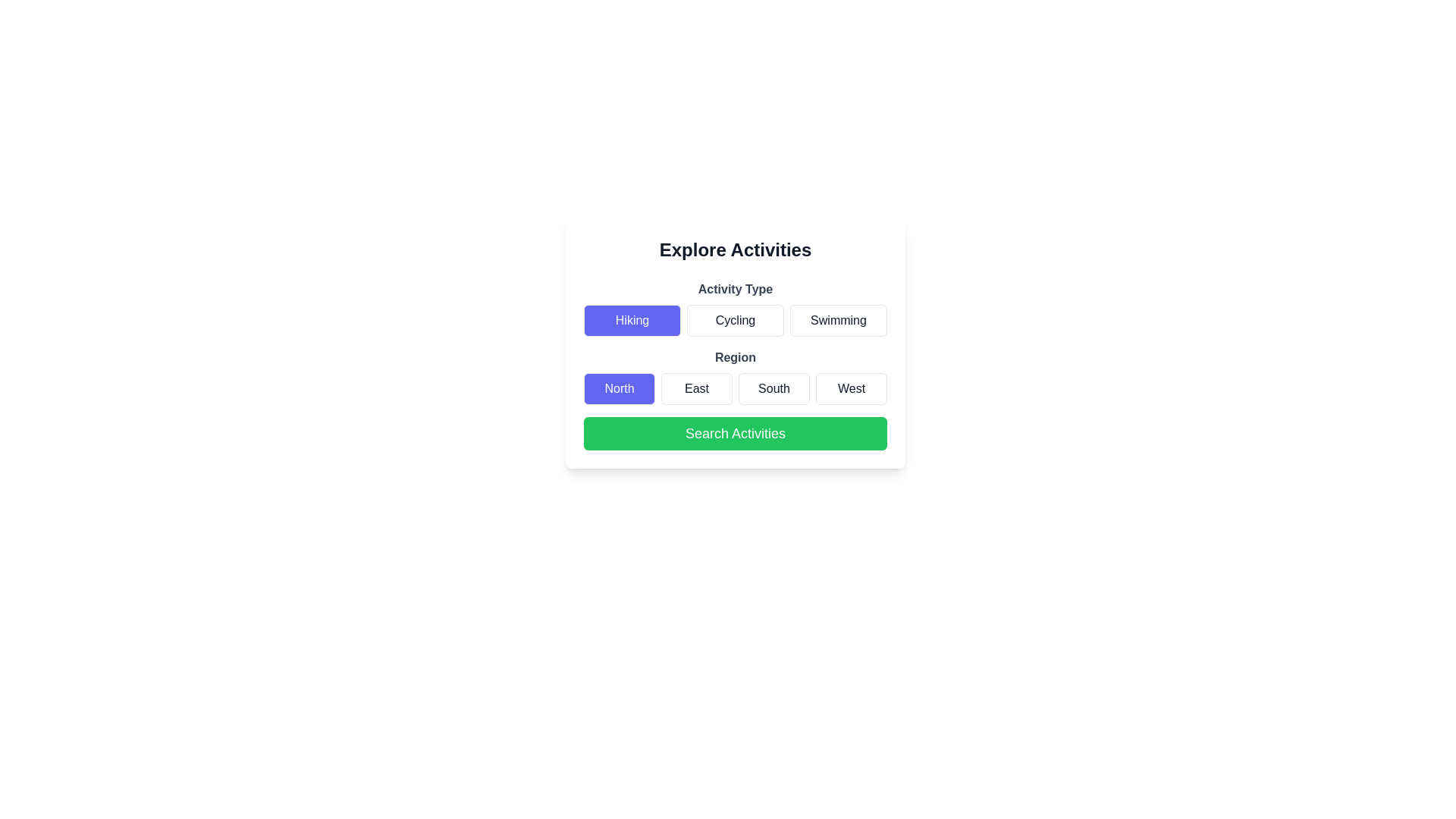  What do you see at coordinates (695, 388) in the screenshot?
I see `the 'East' button, which is the second button in a row of four in the 'Region' section of the grid layout, located between the 'North' and 'South' buttons` at bounding box center [695, 388].